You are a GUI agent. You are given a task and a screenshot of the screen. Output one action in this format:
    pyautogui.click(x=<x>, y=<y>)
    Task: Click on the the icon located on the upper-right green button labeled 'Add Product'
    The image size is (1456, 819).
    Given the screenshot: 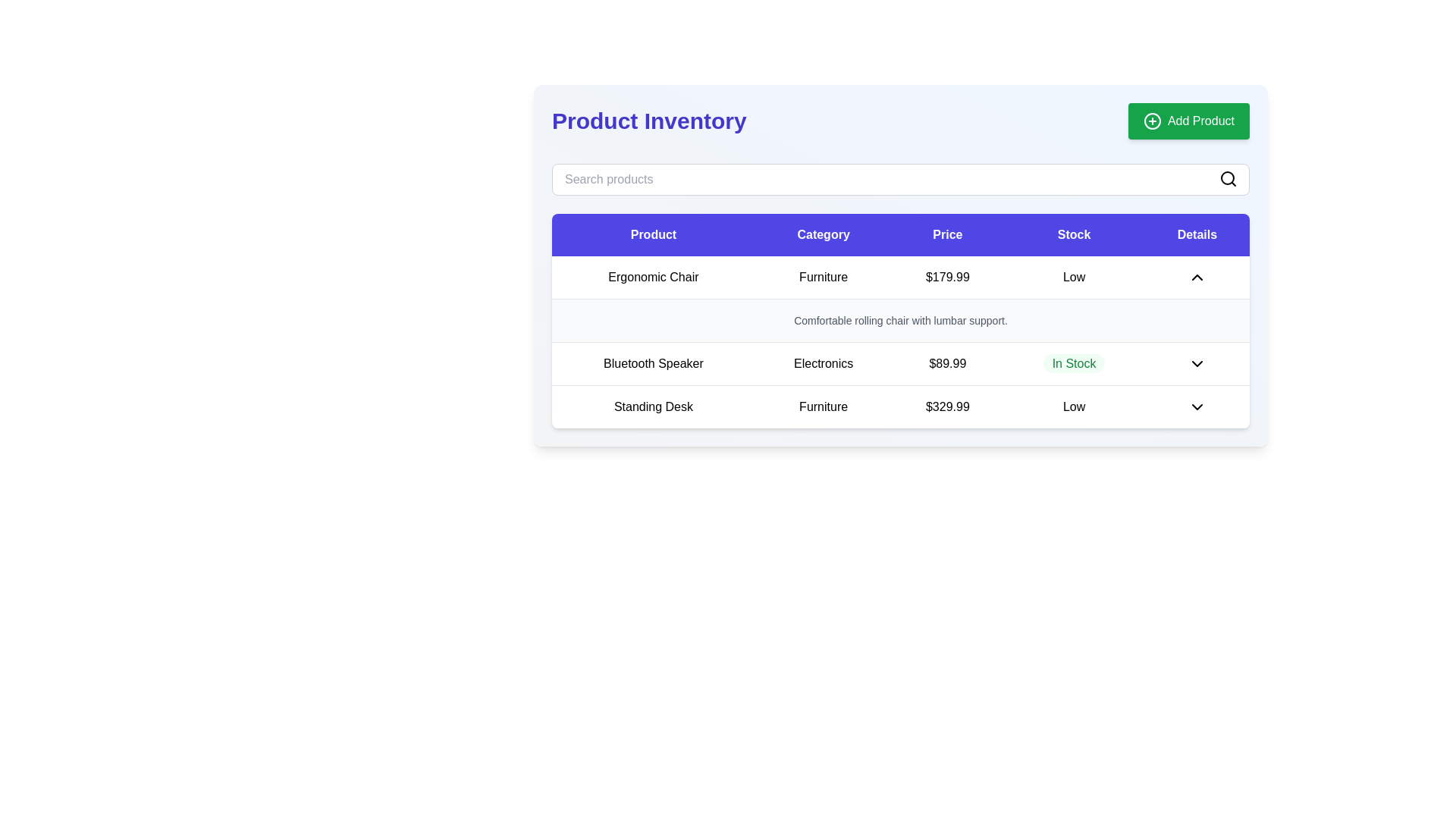 What is the action you would take?
    pyautogui.click(x=1152, y=120)
    